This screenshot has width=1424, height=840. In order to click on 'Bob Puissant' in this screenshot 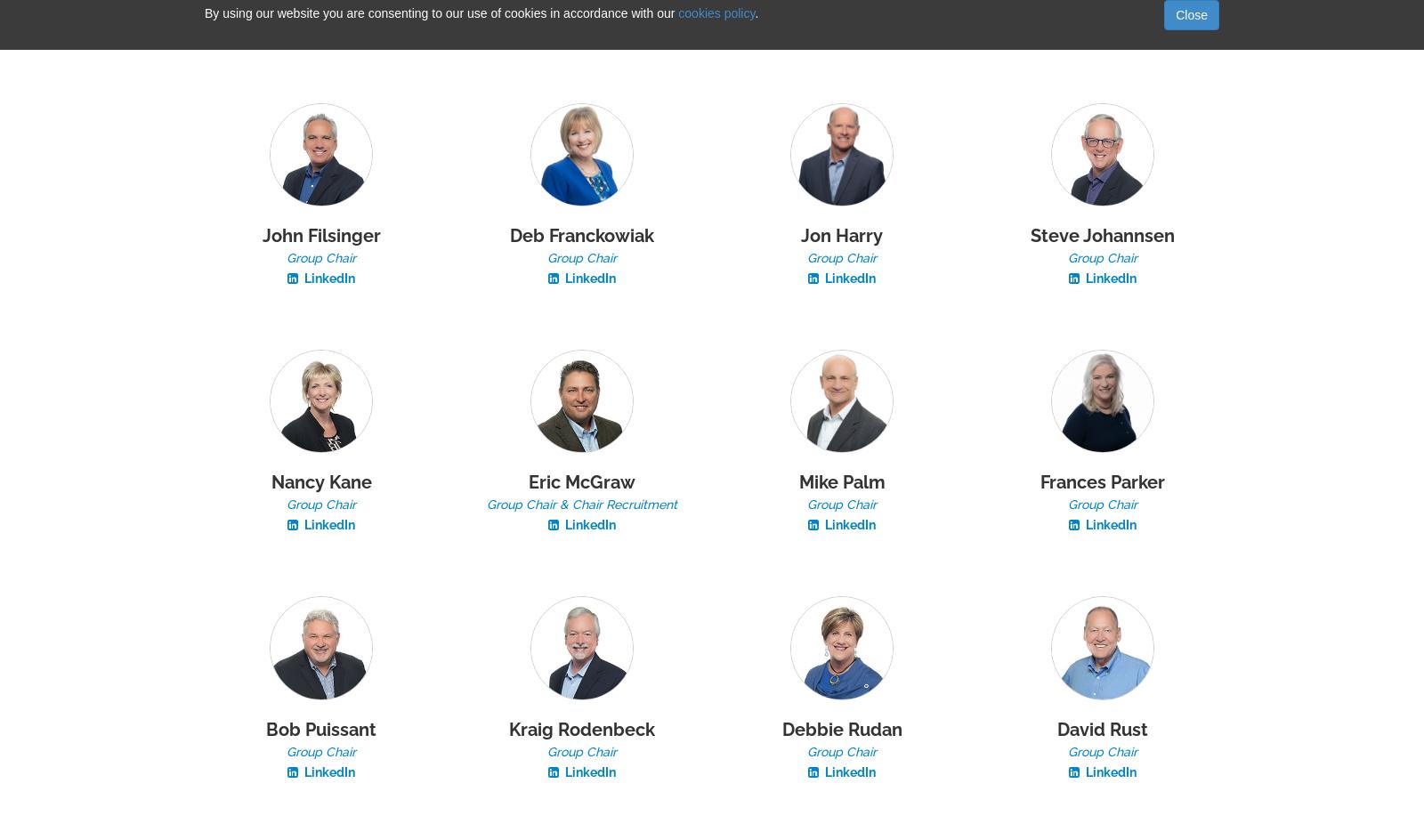, I will do `click(320, 728)`.